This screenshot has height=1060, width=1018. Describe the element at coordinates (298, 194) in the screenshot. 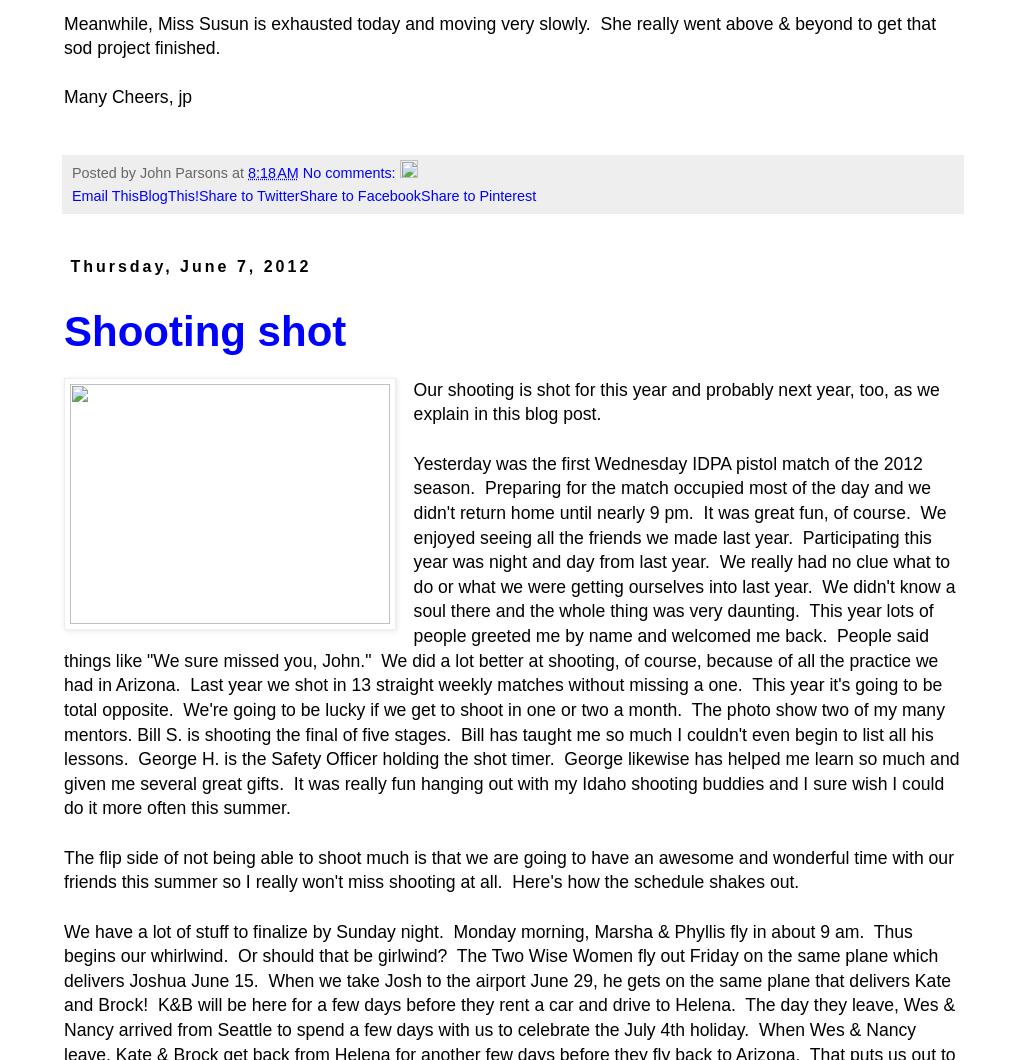

I see `'Share to Facebook'` at that location.